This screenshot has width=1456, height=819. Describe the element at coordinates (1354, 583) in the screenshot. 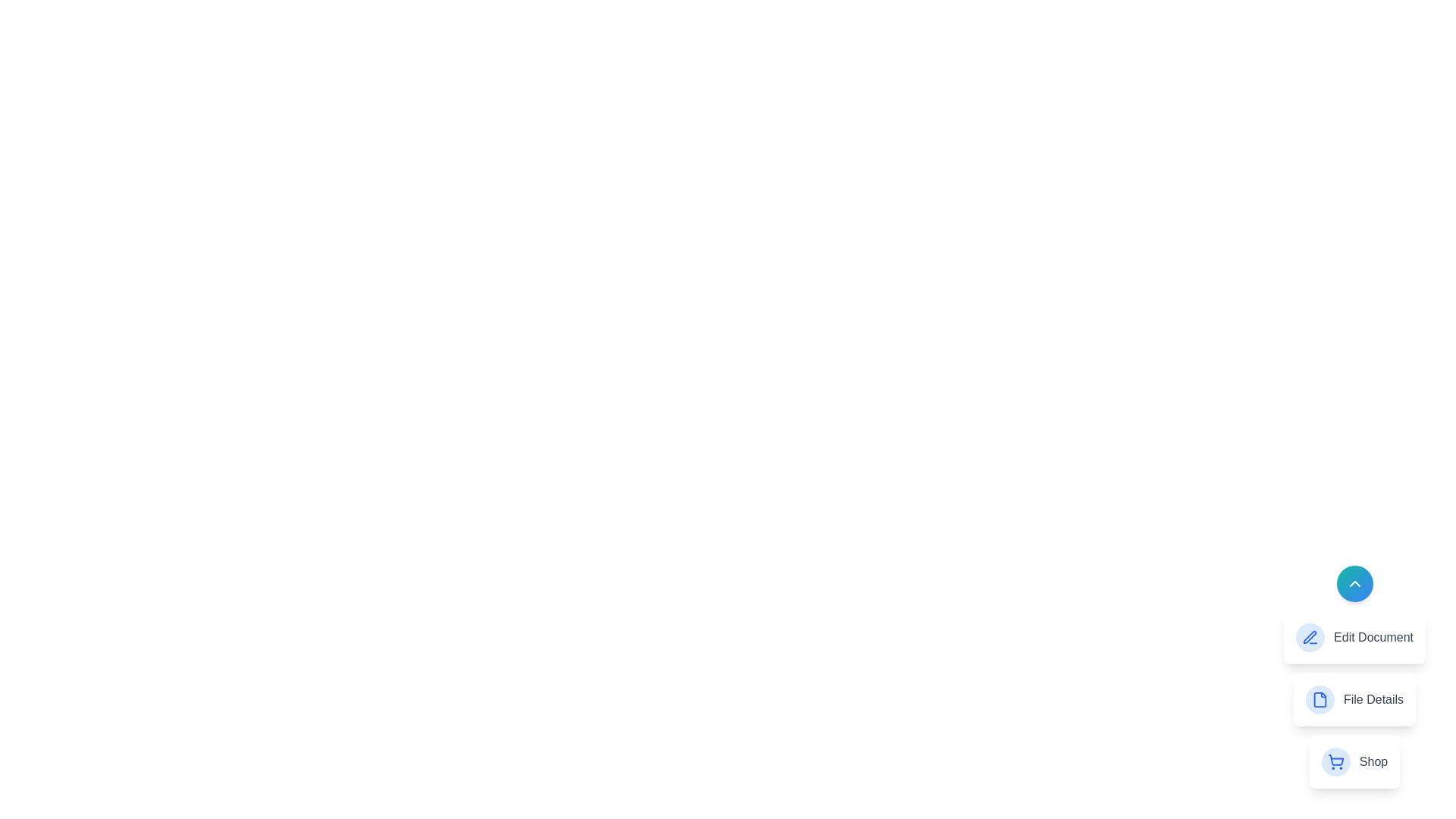

I see `toggle button to change the visibility of the speed dial menu` at that location.